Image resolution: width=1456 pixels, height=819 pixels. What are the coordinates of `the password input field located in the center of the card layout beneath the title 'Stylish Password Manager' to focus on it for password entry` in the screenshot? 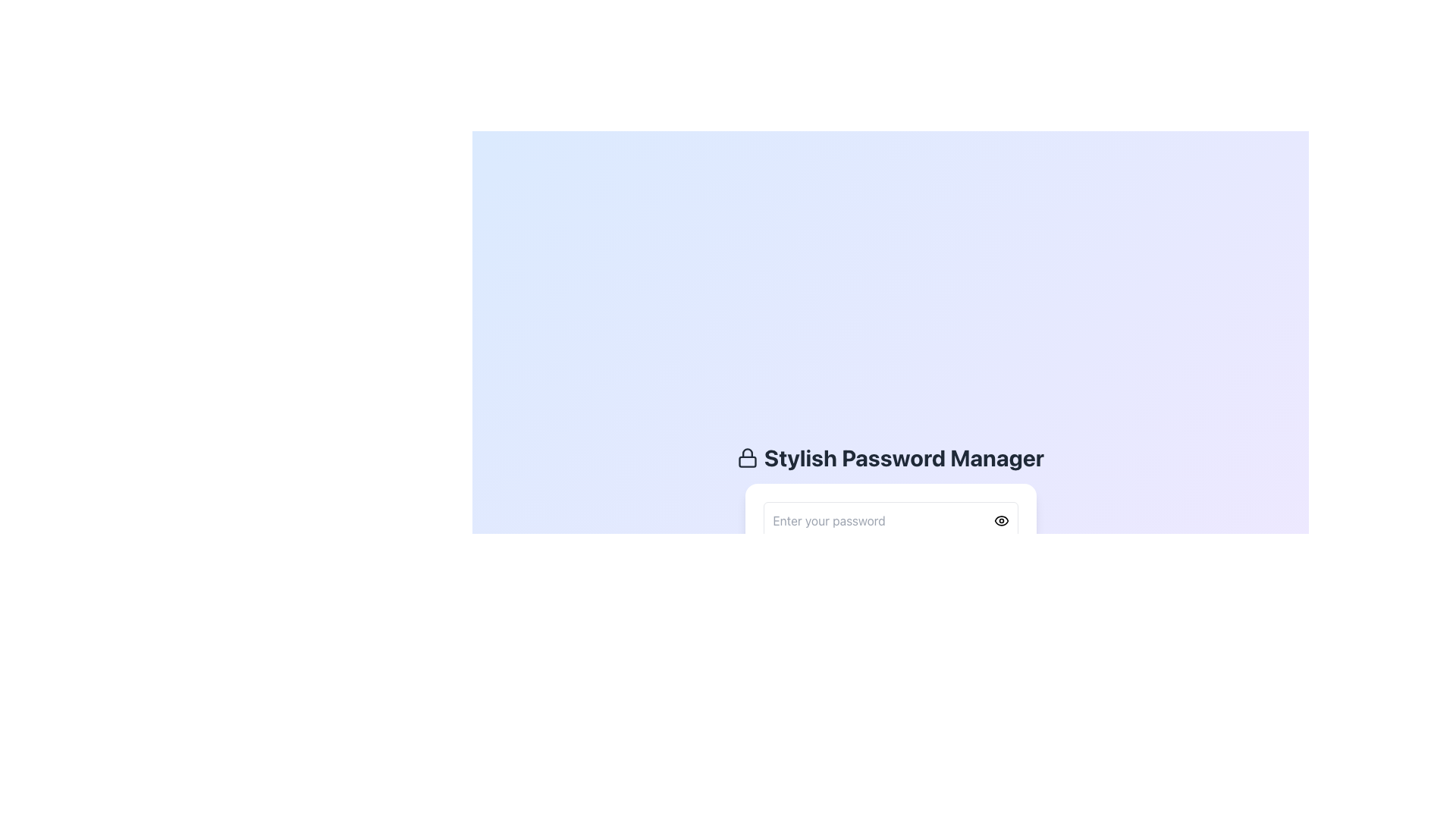 It's located at (890, 519).